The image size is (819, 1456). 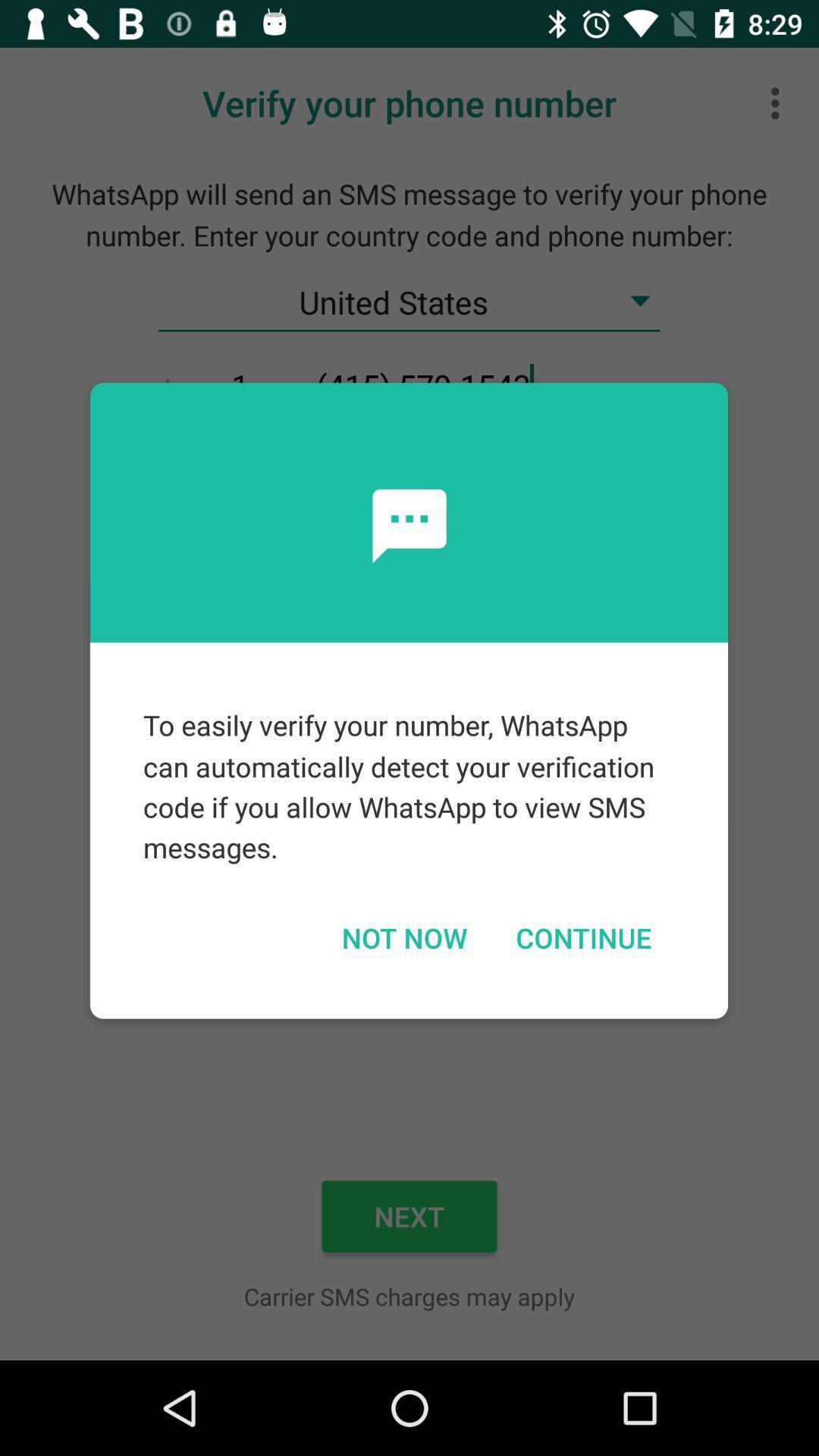 What do you see at coordinates (403, 937) in the screenshot?
I see `the icon to the left of continue icon` at bounding box center [403, 937].